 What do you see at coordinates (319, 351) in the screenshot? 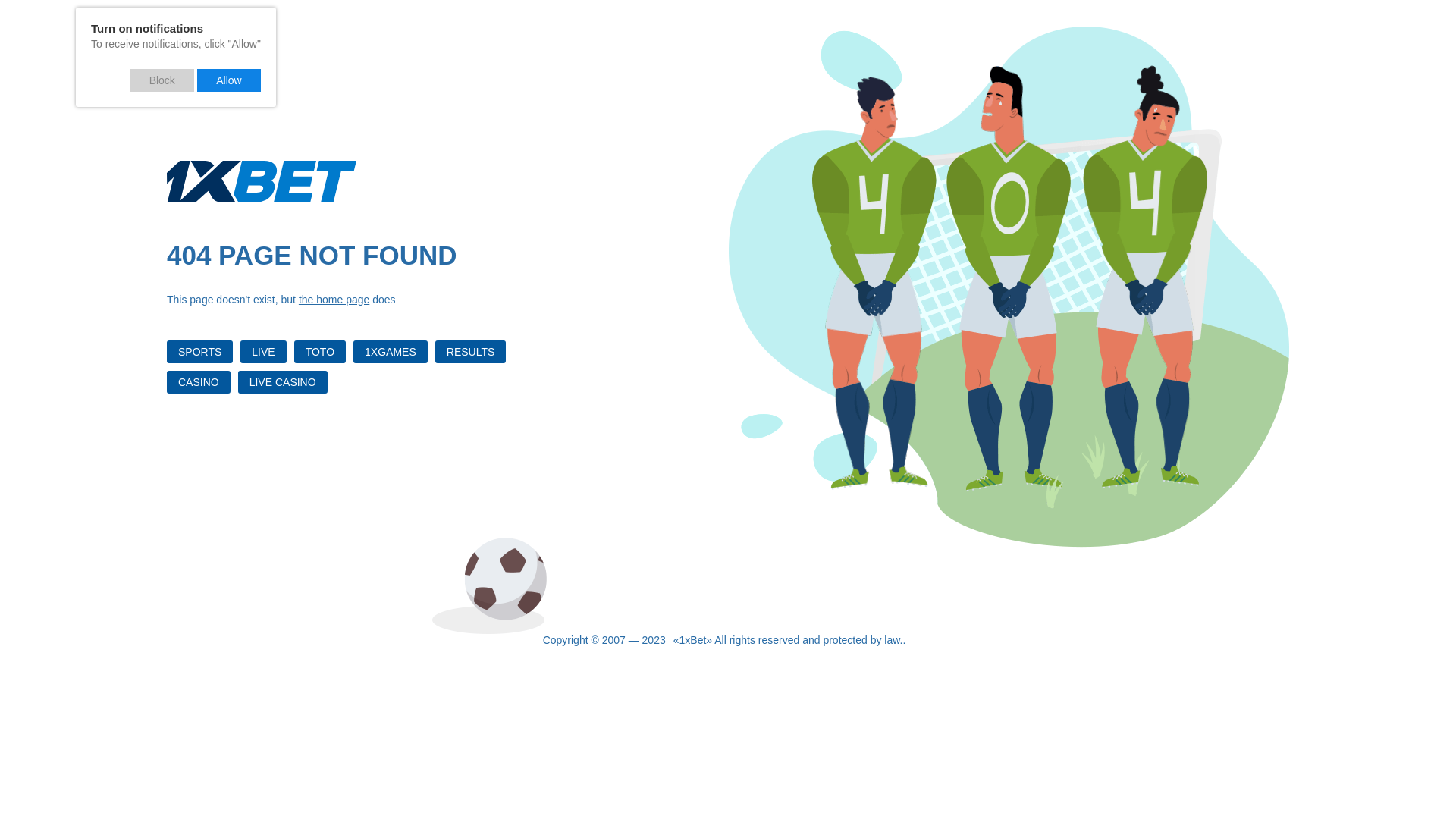
I see `'TOTO'` at bounding box center [319, 351].